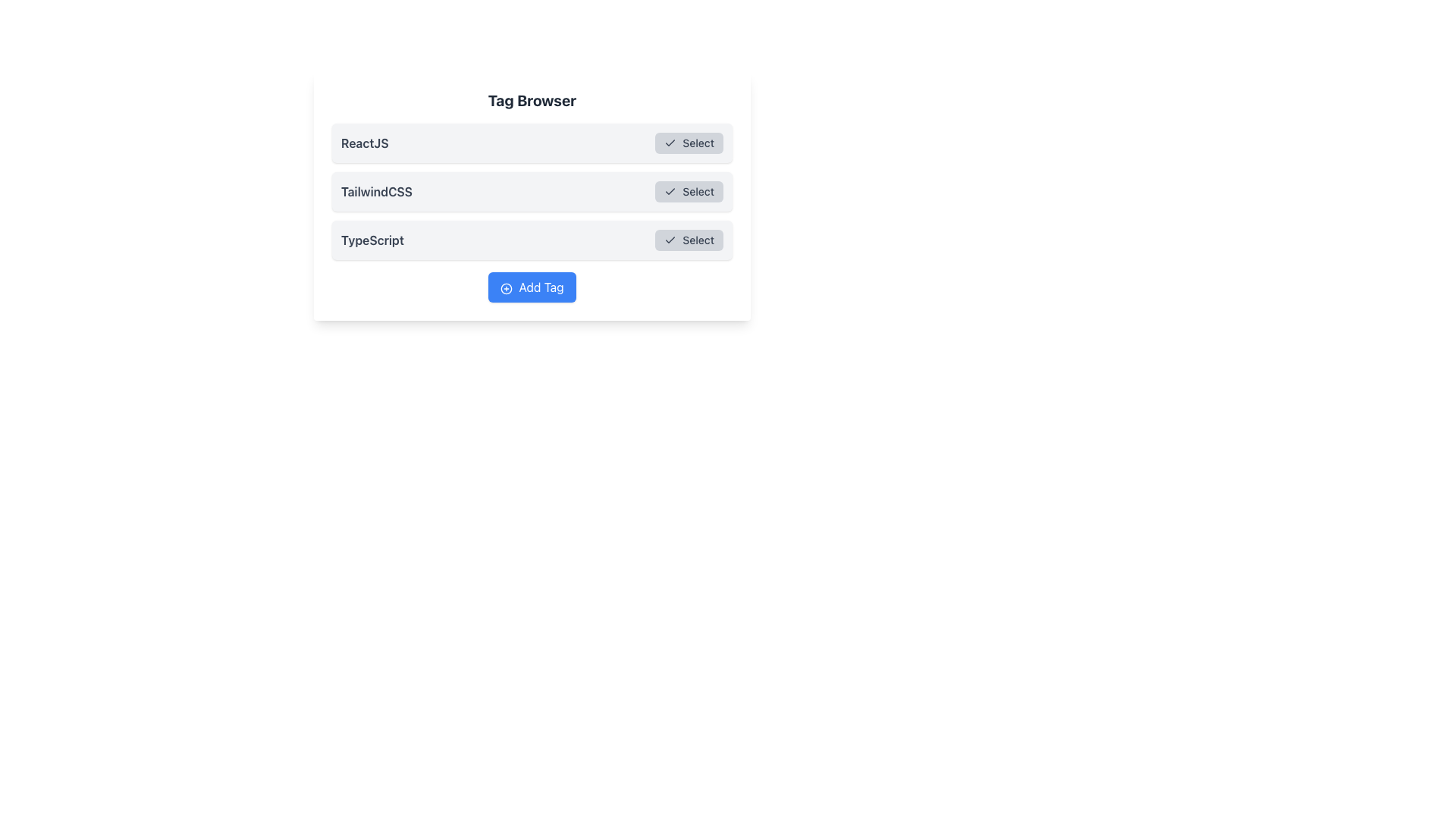  I want to click on the rectangular button with rounded corners labeled 'Select', so click(689, 191).